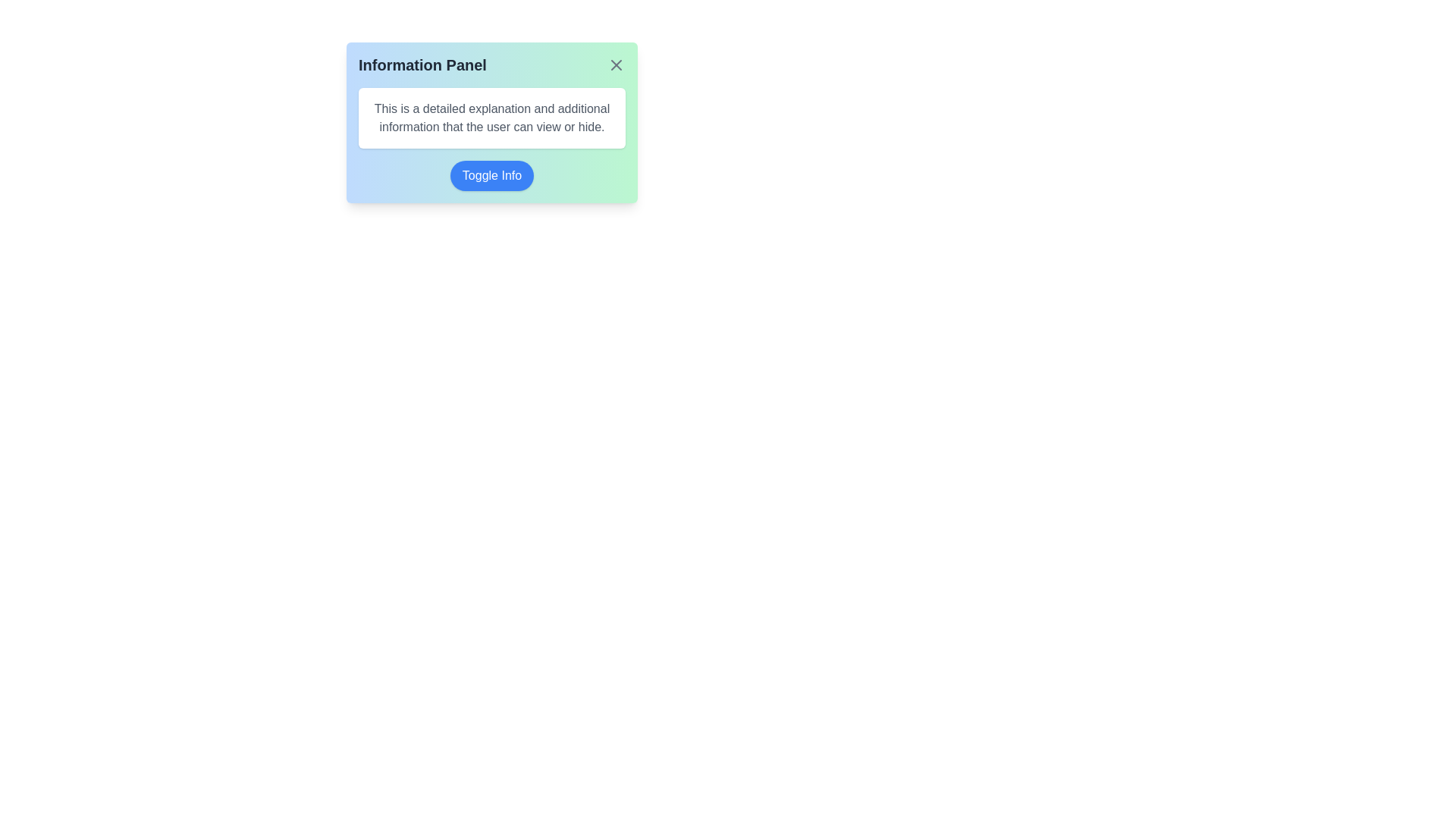 The image size is (1456, 819). Describe the element at coordinates (616, 64) in the screenshot. I see `the close button located in the top right corner of the 'Information Panel'` at that location.